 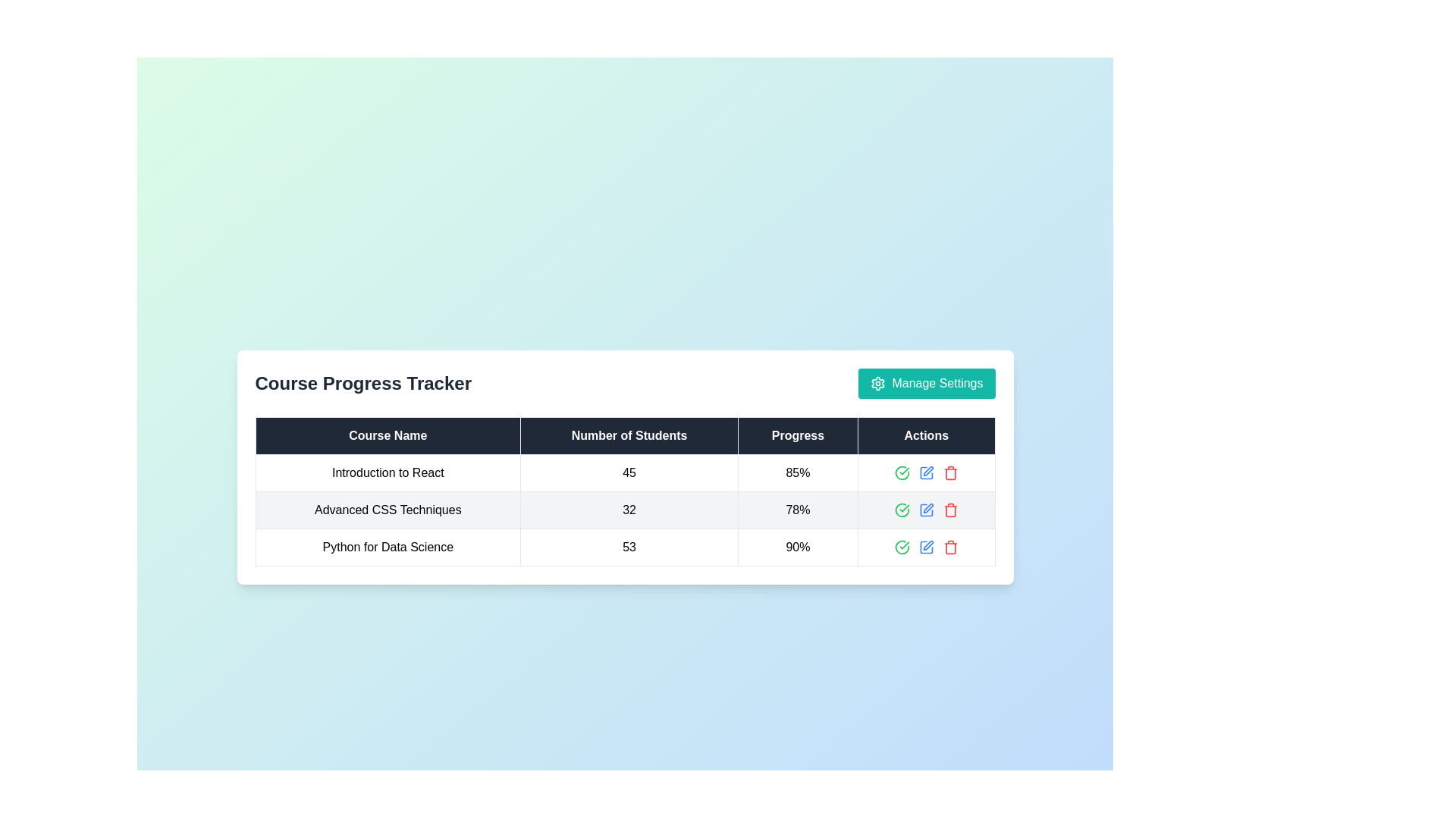 What do you see at coordinates (878, 382) in the screenshot?
I see `the gear icon associated with the 'Manage Settings' button, which features a teal background and white foreground, positioned at the top right of the button` at bounding box center [878, 382].